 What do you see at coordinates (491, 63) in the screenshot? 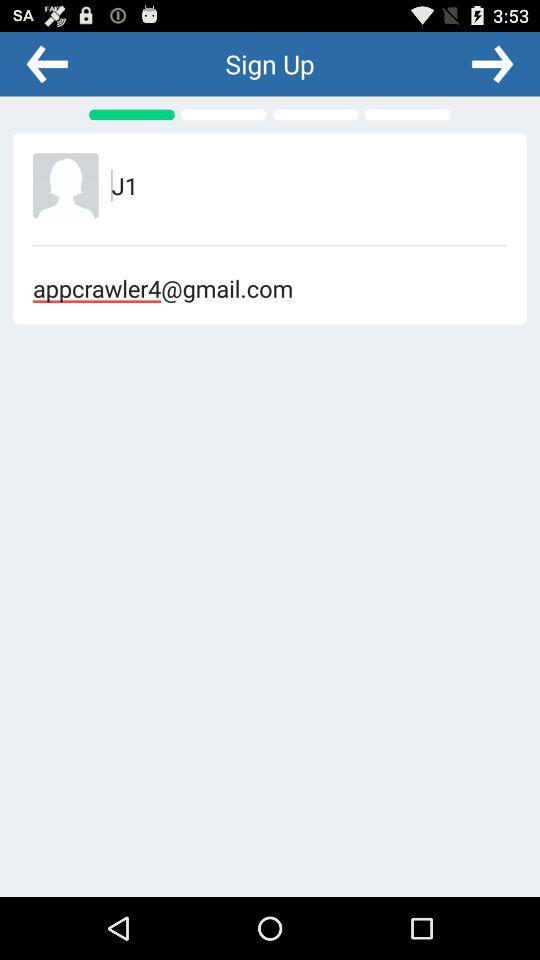
I see `next` at bounding box center [491, 63].